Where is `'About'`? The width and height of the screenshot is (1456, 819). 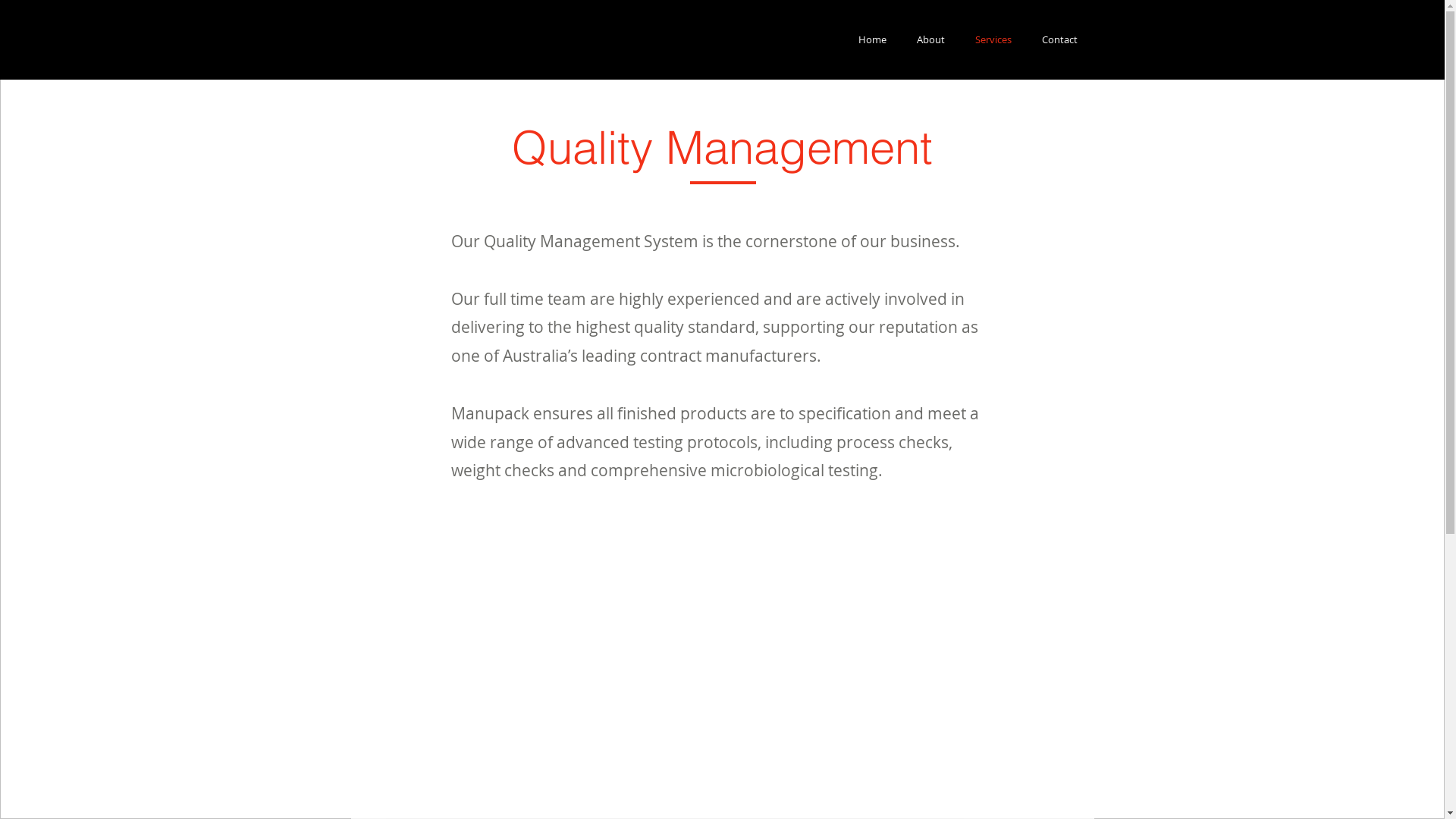 'About' is located at coordinates (930, 39).